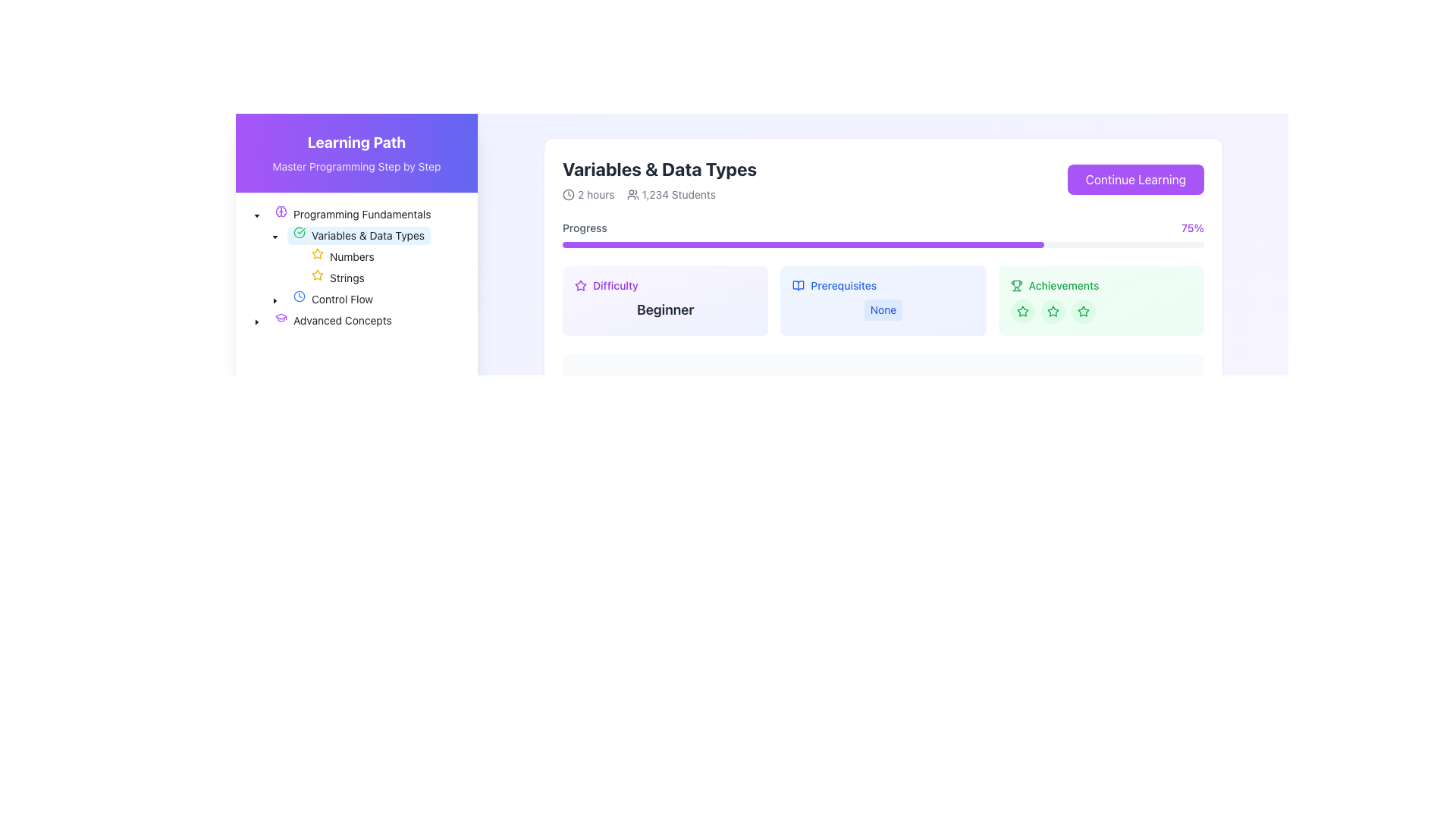  I want to click on the static text label displaying the word 'Progress', which is located to the left of the '75%' percentage indication in the progress-related section, so click(584, 227).